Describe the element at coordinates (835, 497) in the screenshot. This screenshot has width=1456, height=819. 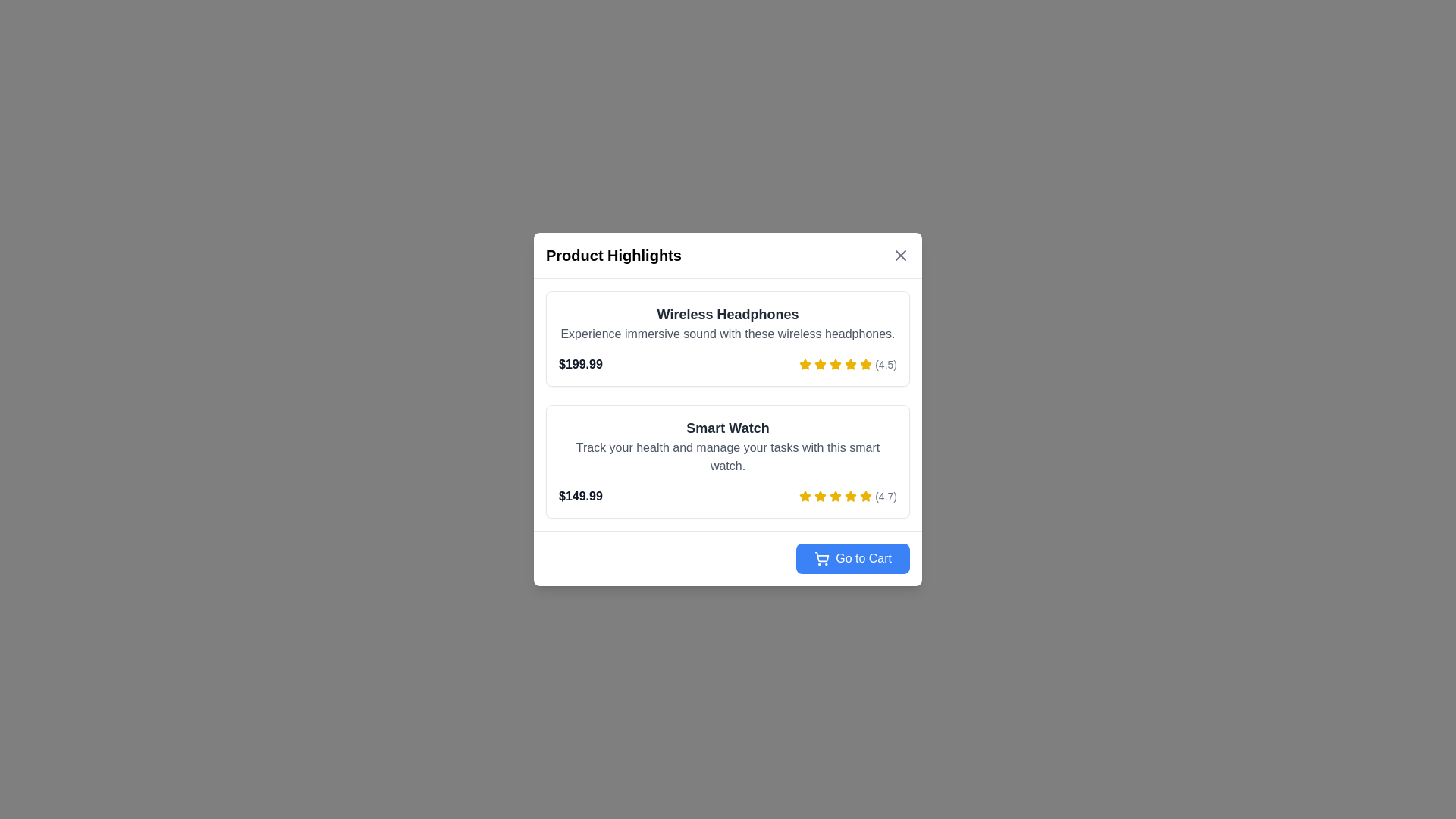
I see `the fifth star-shaped icon in the rating display, which is yellow and located next to the text '(4.7)' for the product 'Smart Watch'` at that location.